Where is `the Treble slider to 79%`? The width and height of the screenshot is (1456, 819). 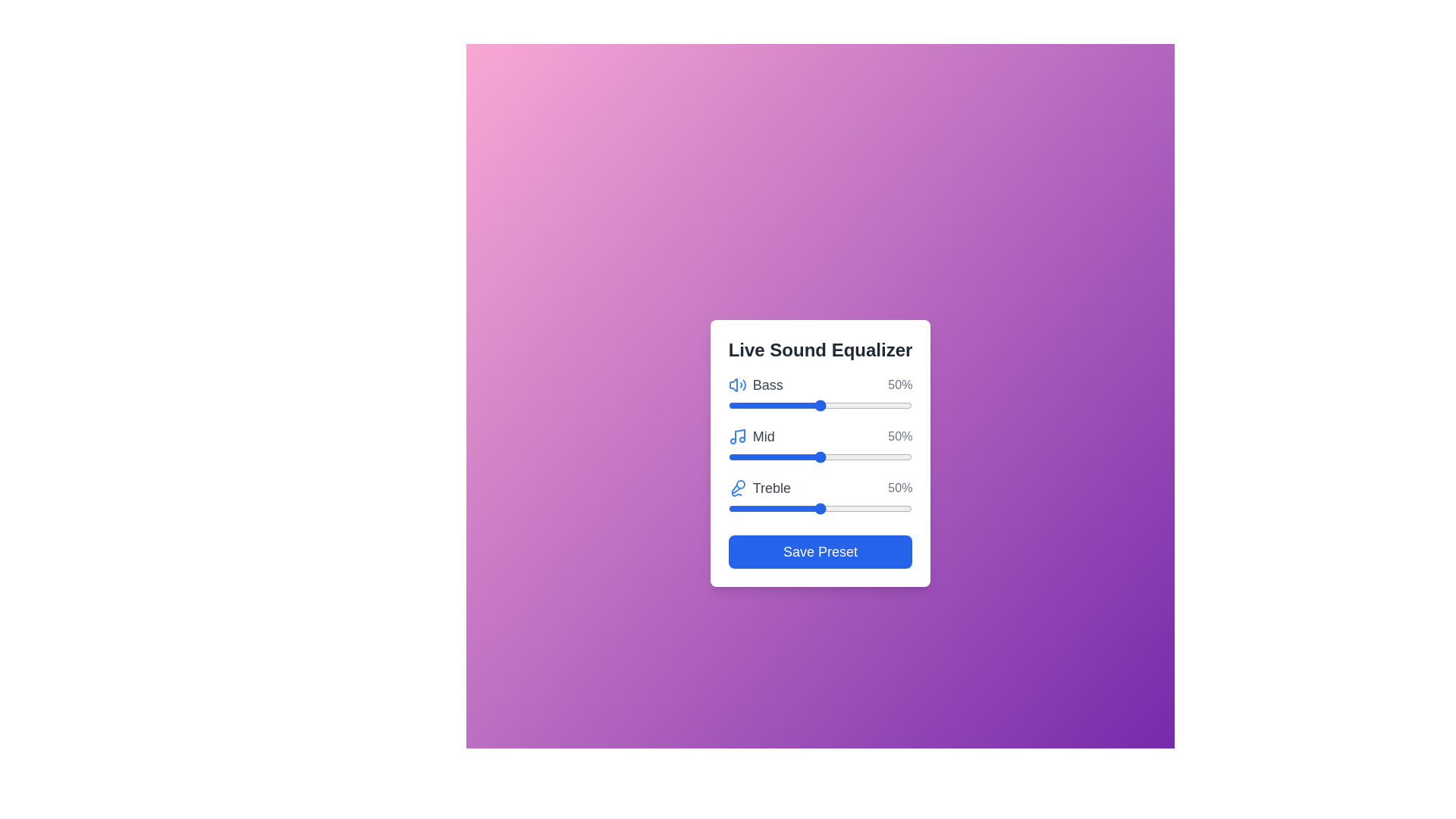
the Treble slider to 79% is located at coordinates (874, 509).